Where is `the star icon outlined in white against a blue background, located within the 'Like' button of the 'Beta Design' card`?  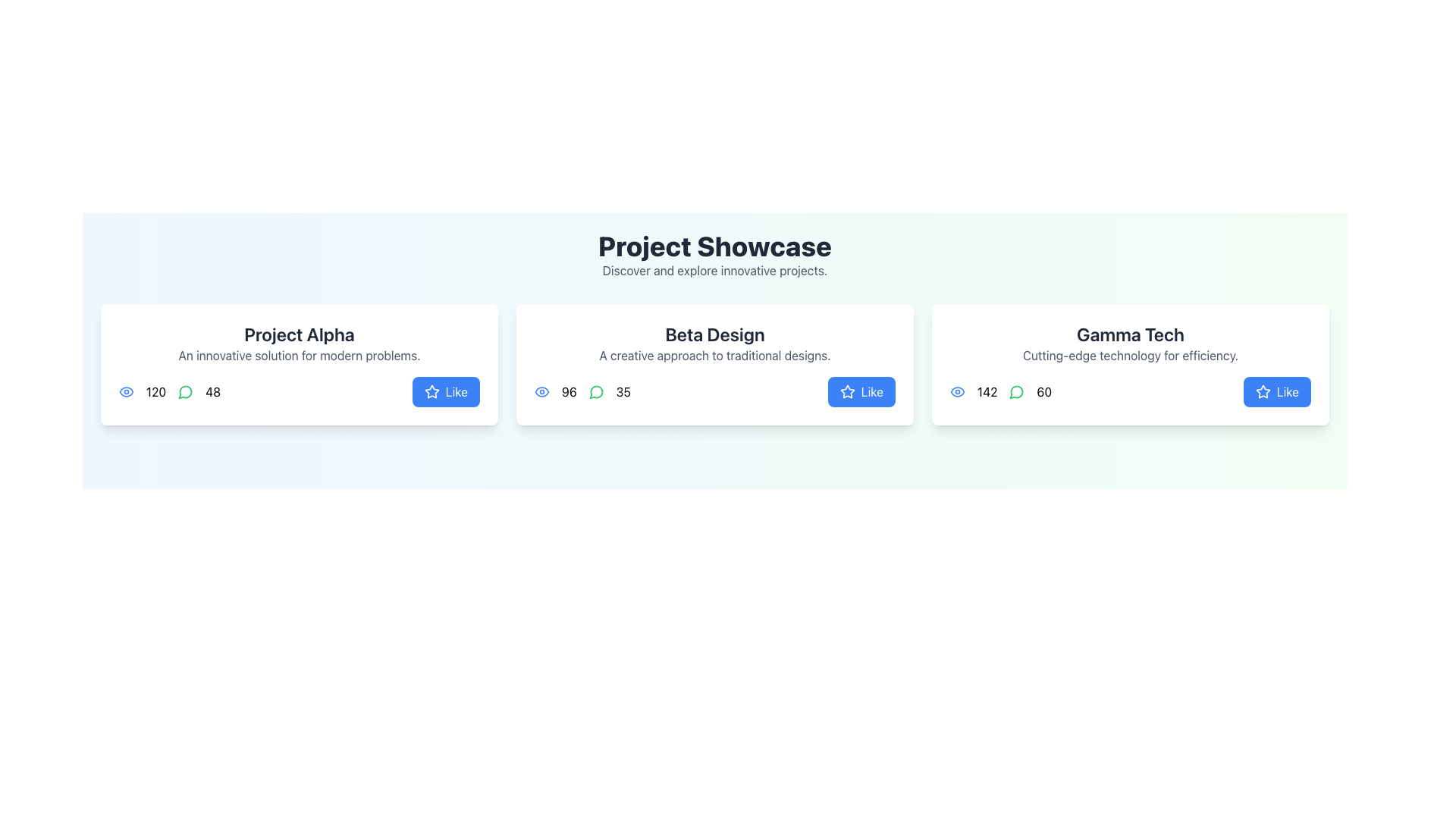 the star icon outlined in white against a blue background, located within the 'Like' button of the 'Beta Design' card is located at coordinates (431, 391).